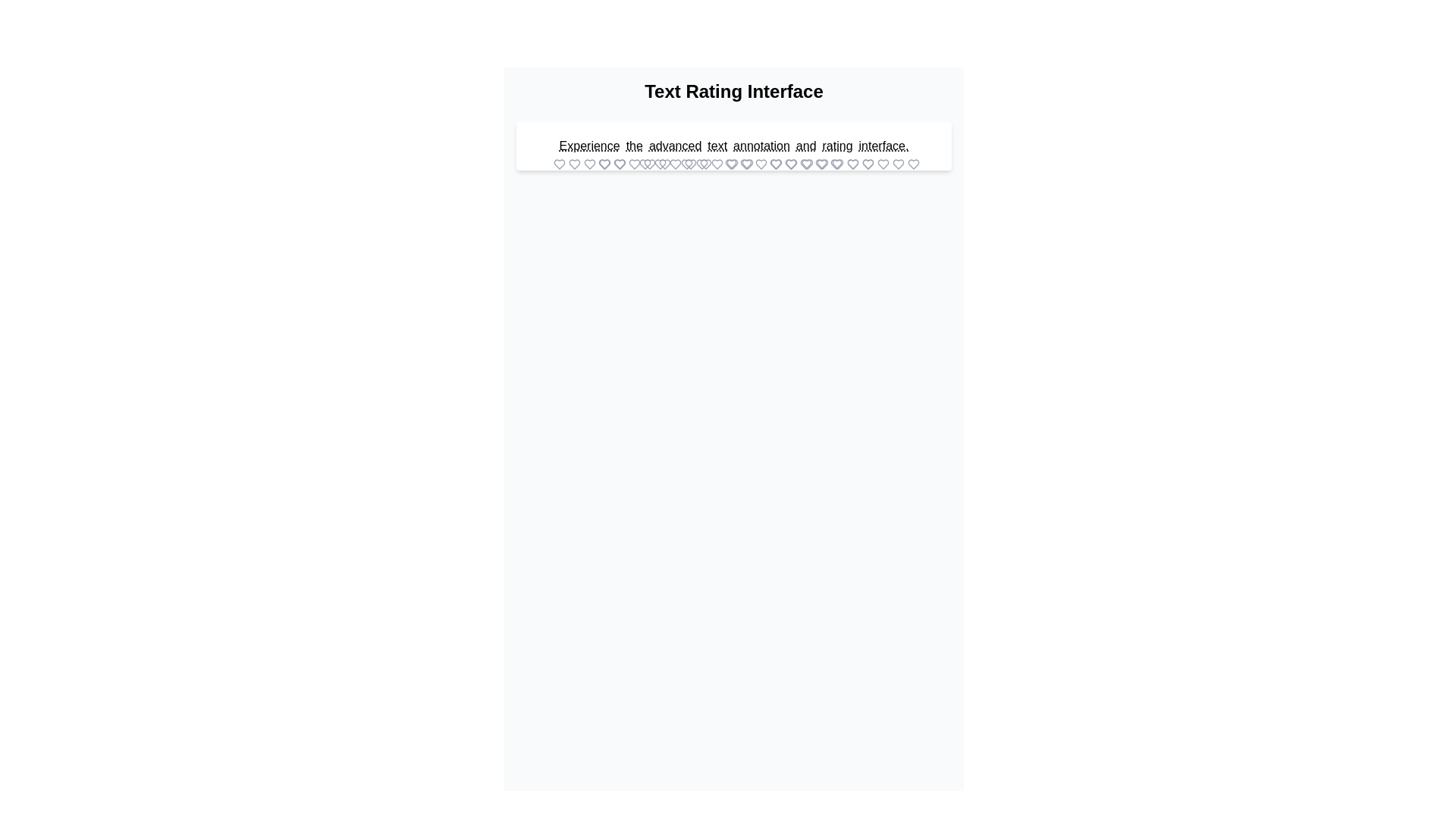 This screenshot has height=819, width=1456. What do you see at coordinates (674, 146) in the screenshot?
I see `the word advanced to select it for rating` at bounding box center [674, 146].